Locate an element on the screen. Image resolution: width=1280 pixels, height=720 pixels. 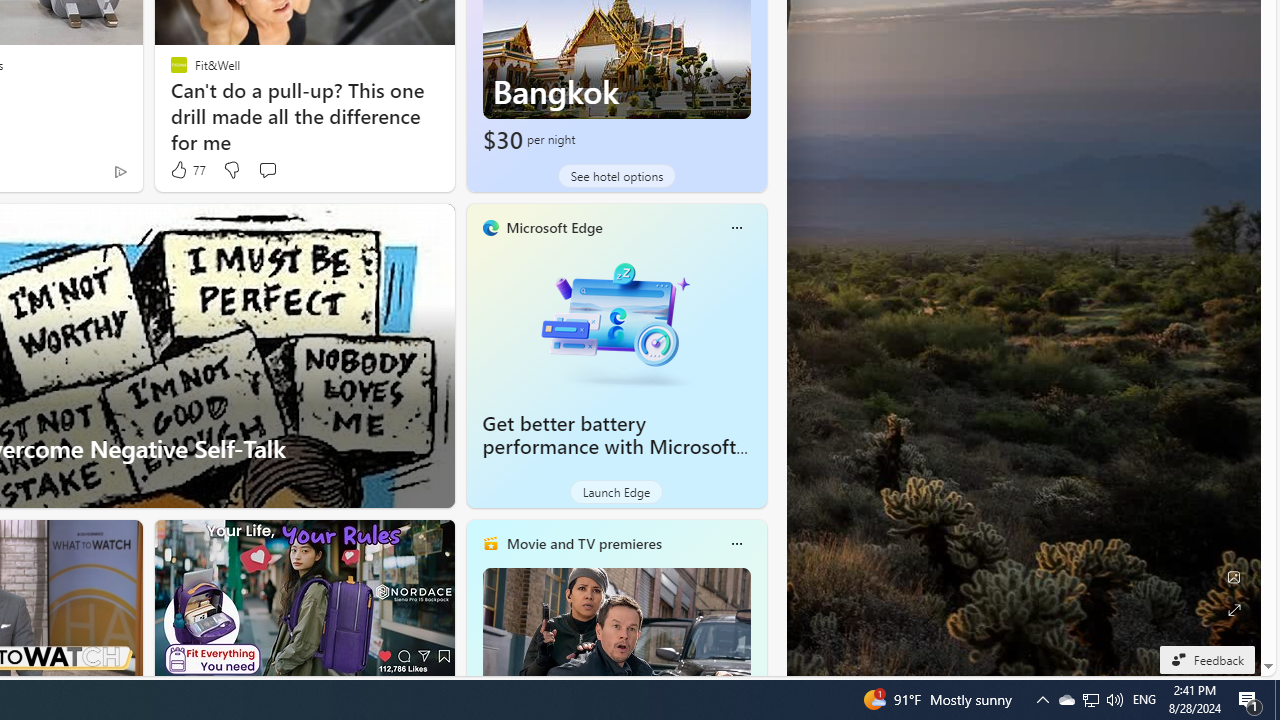
'Launch Edge' is located at coordinates (615, 492).